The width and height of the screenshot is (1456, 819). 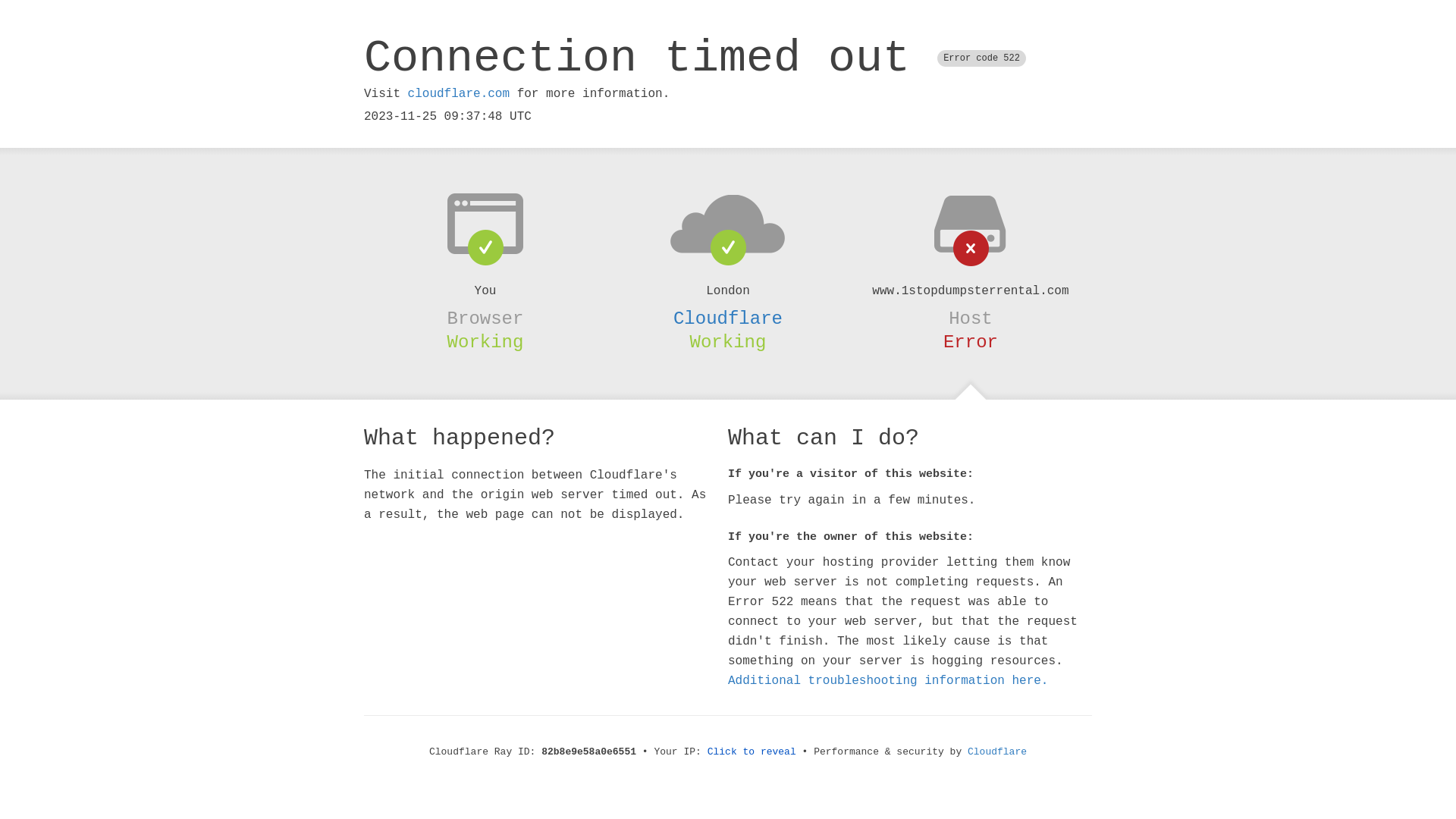 What do you see at coordinates (997, 752) in the screenshot?
I see `'Cloudflare'` at bounding box center [997, 752].